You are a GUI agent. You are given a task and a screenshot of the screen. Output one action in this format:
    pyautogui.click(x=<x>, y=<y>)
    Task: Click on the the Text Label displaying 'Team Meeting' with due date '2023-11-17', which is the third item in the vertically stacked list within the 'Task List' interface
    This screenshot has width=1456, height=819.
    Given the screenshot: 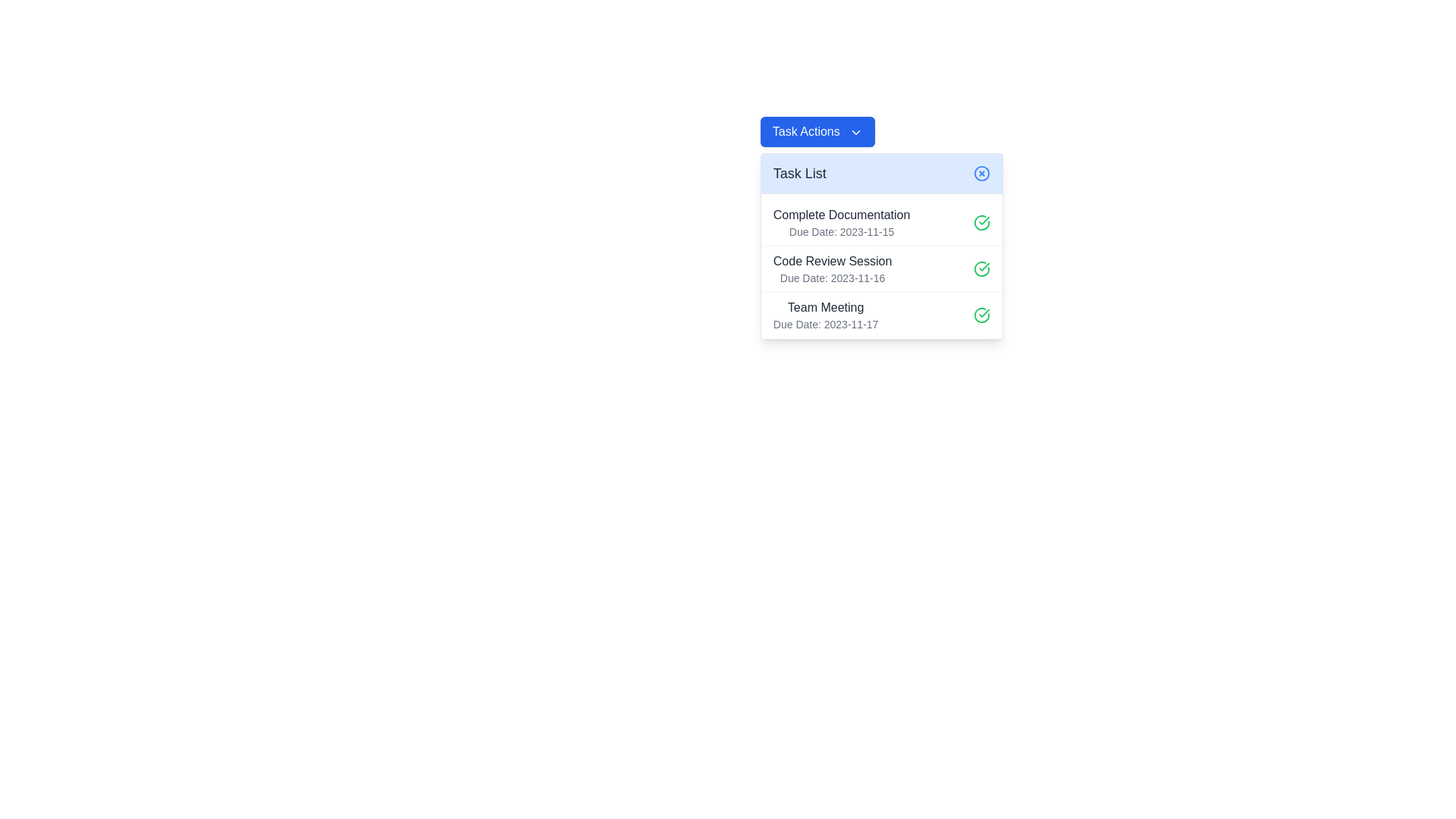 What is the action you would take?
    pyautogui.click(x=825, y=315)
    